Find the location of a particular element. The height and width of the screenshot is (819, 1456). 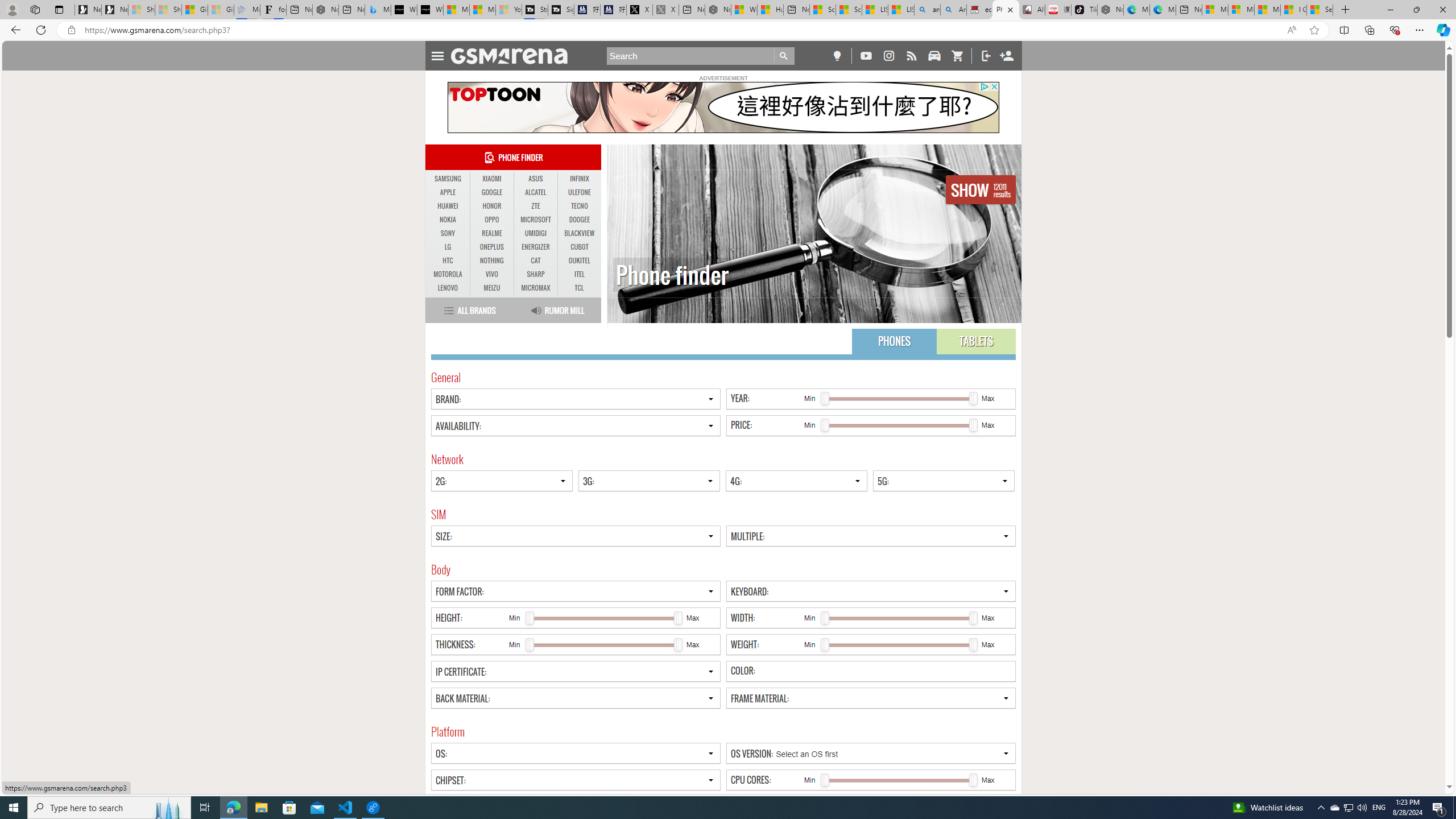

'REALME' is located at coordinates (491, 233).